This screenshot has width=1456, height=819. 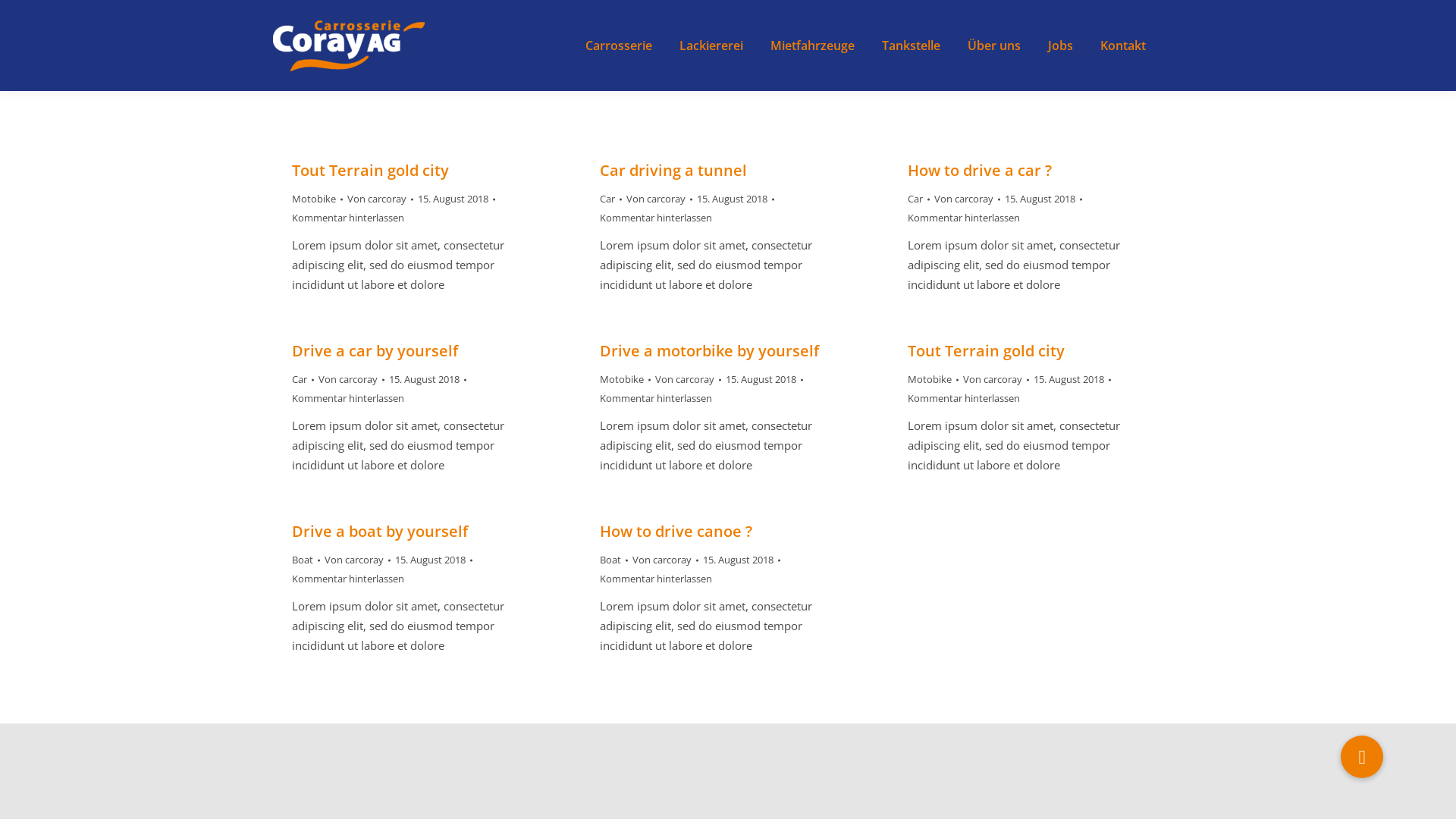 I want to click on 'Kommentar hinterlassen', so click(x=347, y=218).